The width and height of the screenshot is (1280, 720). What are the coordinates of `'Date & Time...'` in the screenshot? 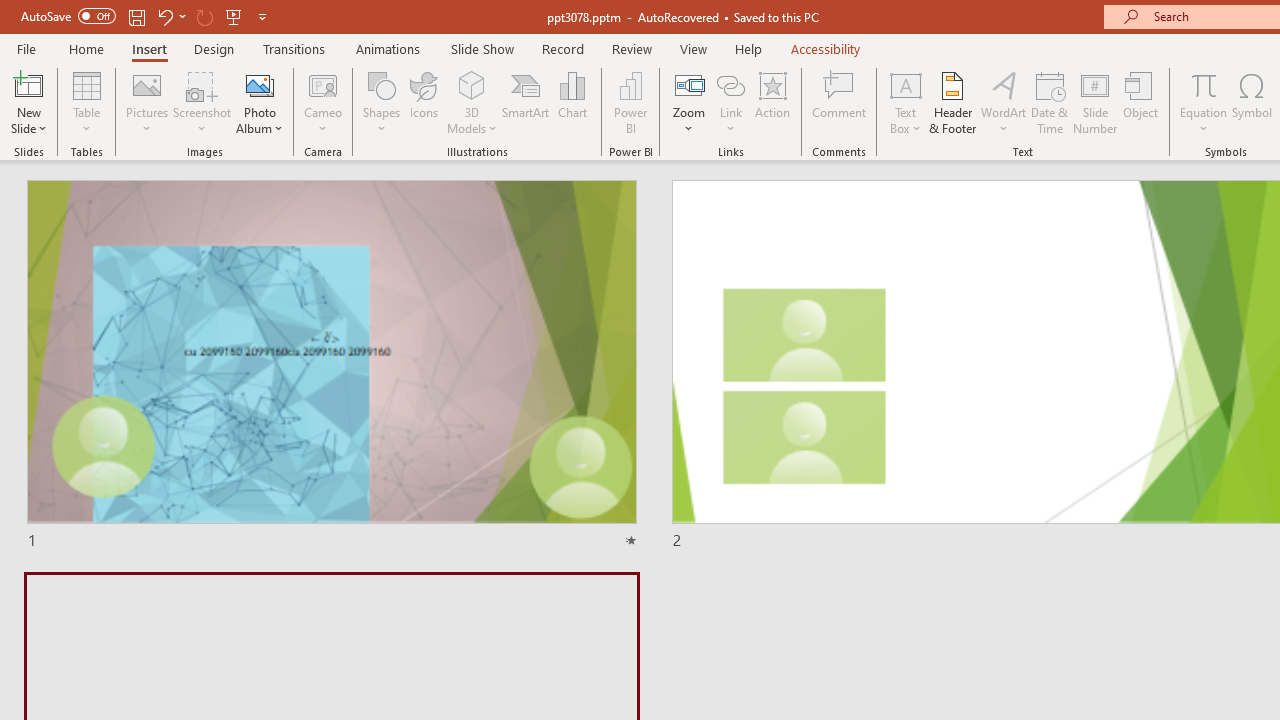 It's located at (1049, 103).